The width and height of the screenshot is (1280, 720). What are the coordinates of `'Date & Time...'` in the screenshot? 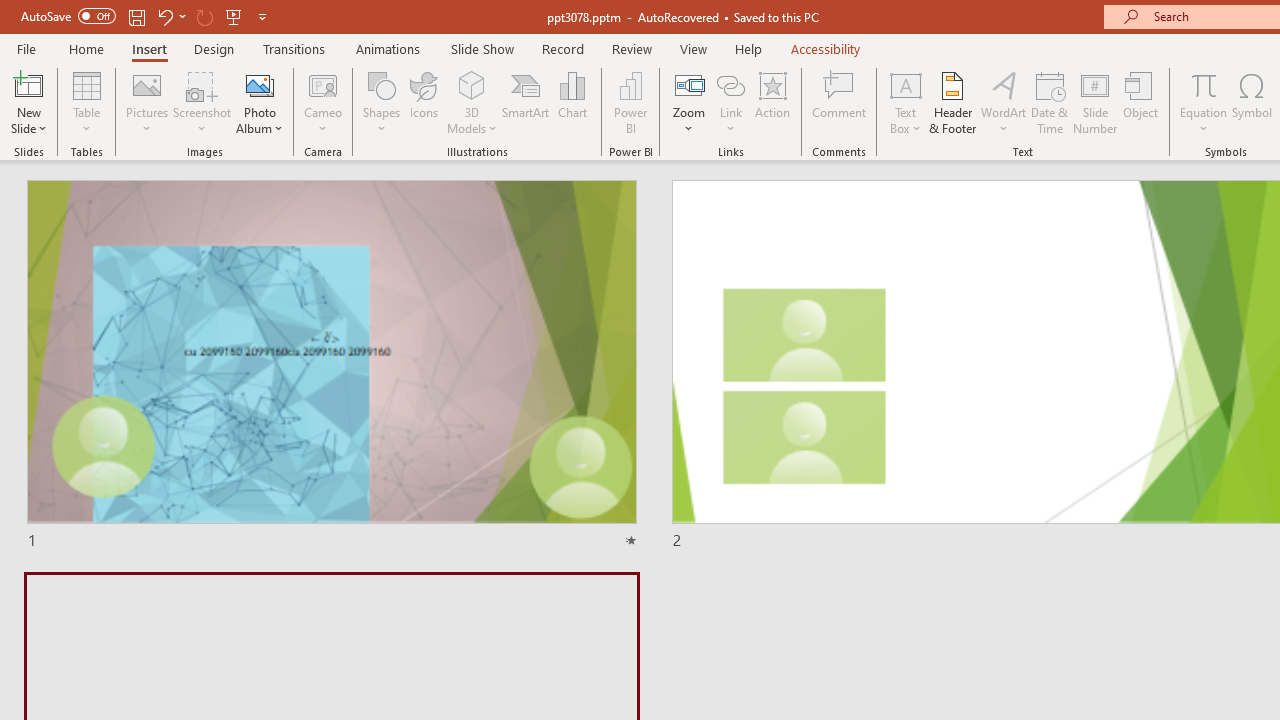 It's located at (1049, 103).